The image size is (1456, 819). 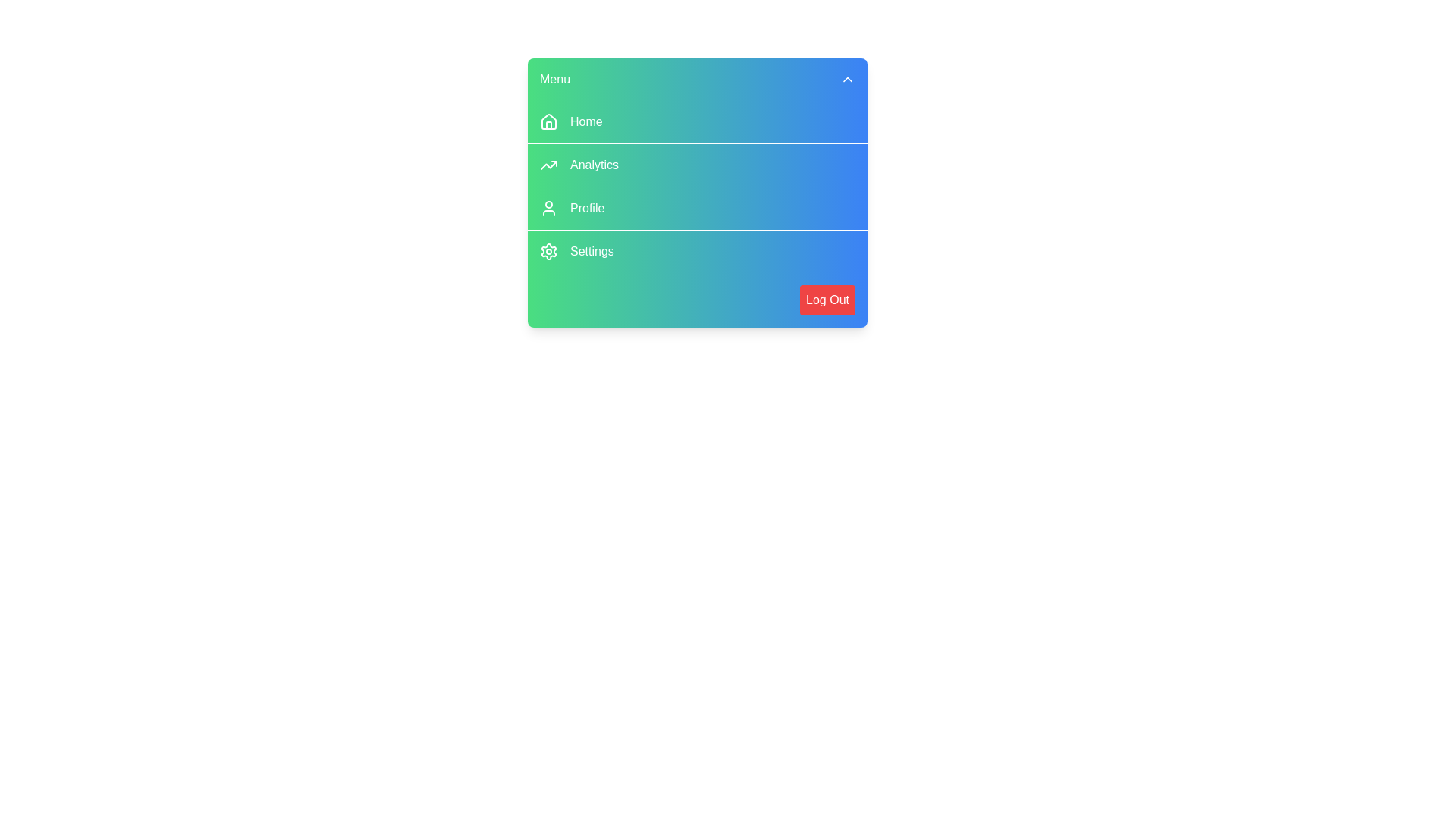 What do you see at coordinates (697, 165) in the screenshot?
I see `the menu item Analytics to trigger its hover effect` at bounding box center [697, 165].